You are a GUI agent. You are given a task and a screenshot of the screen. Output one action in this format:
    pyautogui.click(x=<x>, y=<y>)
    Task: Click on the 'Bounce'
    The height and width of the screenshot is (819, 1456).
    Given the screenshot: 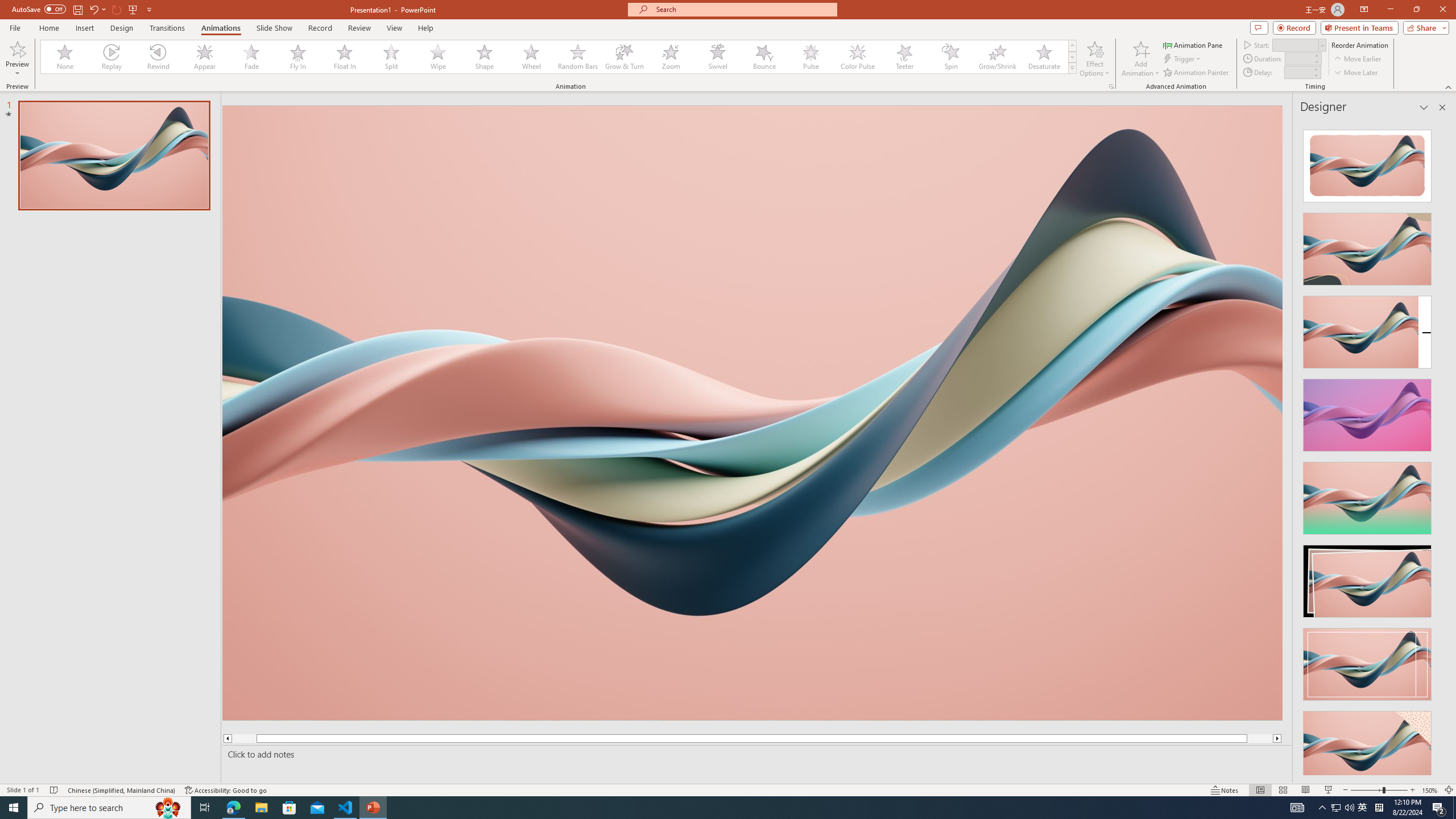 What is the action you would take?
    pyautogui.click(x=764, y=56)
    